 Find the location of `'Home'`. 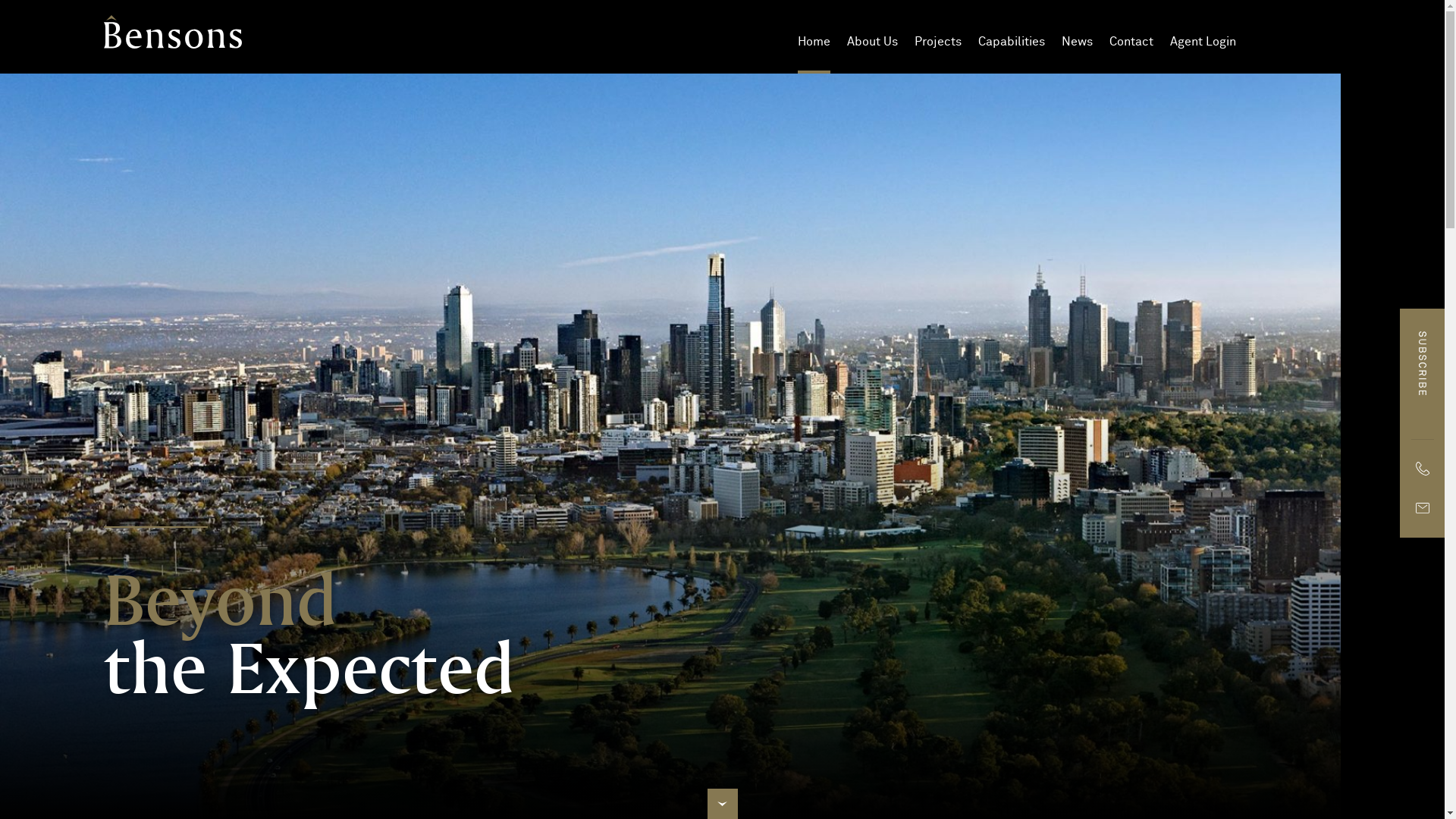

'Home' is located at coordinates (796, 40).